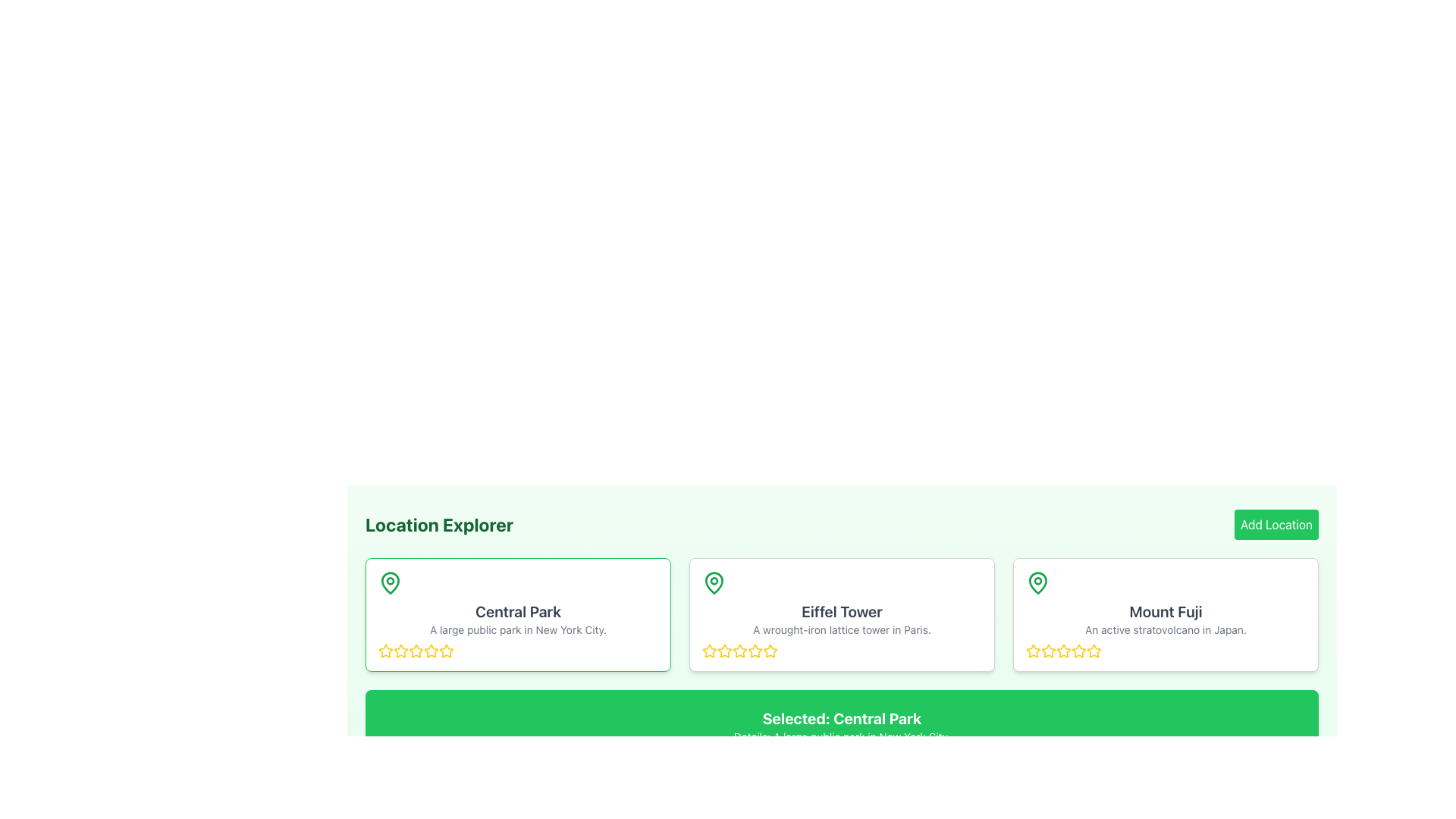 The width and height of the screenshot is (1456, 819). What do you see at coordinates (1094, 650) in the screenshot?
I see `the fourth star in the five-star rating system for the 'Mount Fuji' location to adjust ratings` at bounding box center [1094, 650].